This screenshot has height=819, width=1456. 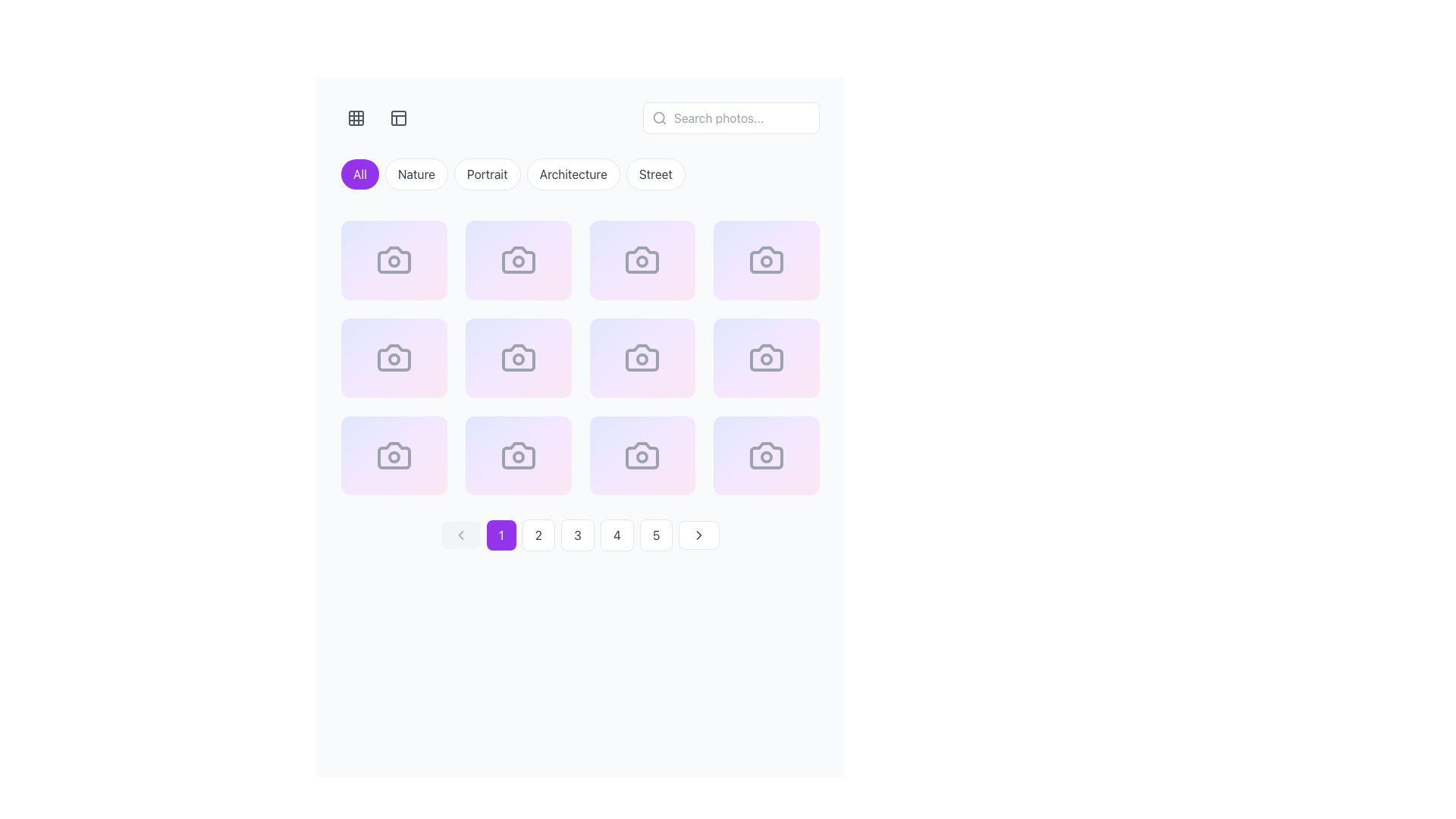 What do you see at coordinates (460, 535) in the screenshot?
I see `the disabled previous page button located in the horizontal pagination bar below the grid of image thumbnails, which is the first button on the left` at bounding box center [460, 535].